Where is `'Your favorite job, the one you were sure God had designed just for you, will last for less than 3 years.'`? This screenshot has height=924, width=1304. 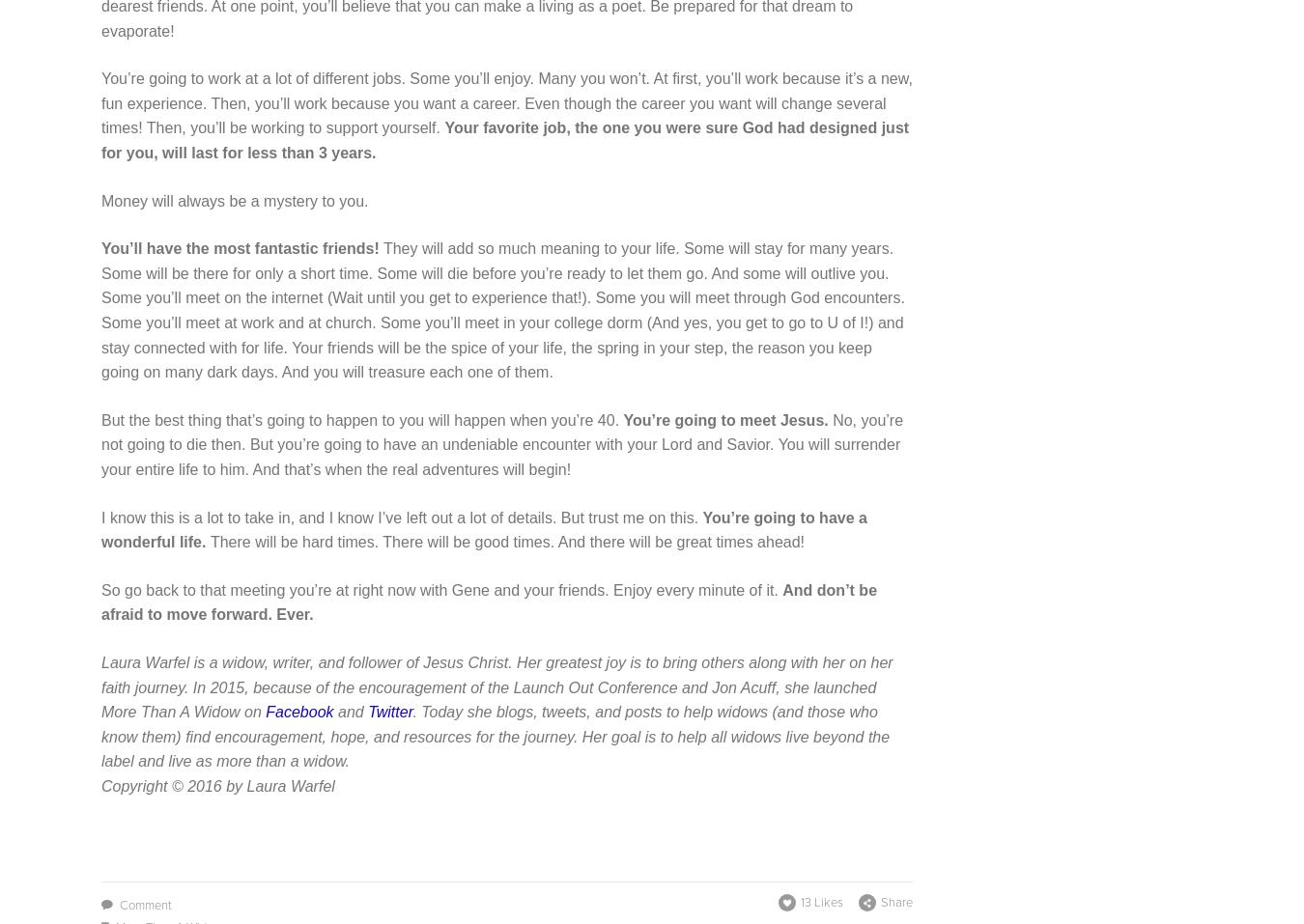 'Your favorite job, the one you were sure God had designed just for you, will last for less than 3 years.' is located at coordinates (503, 140).